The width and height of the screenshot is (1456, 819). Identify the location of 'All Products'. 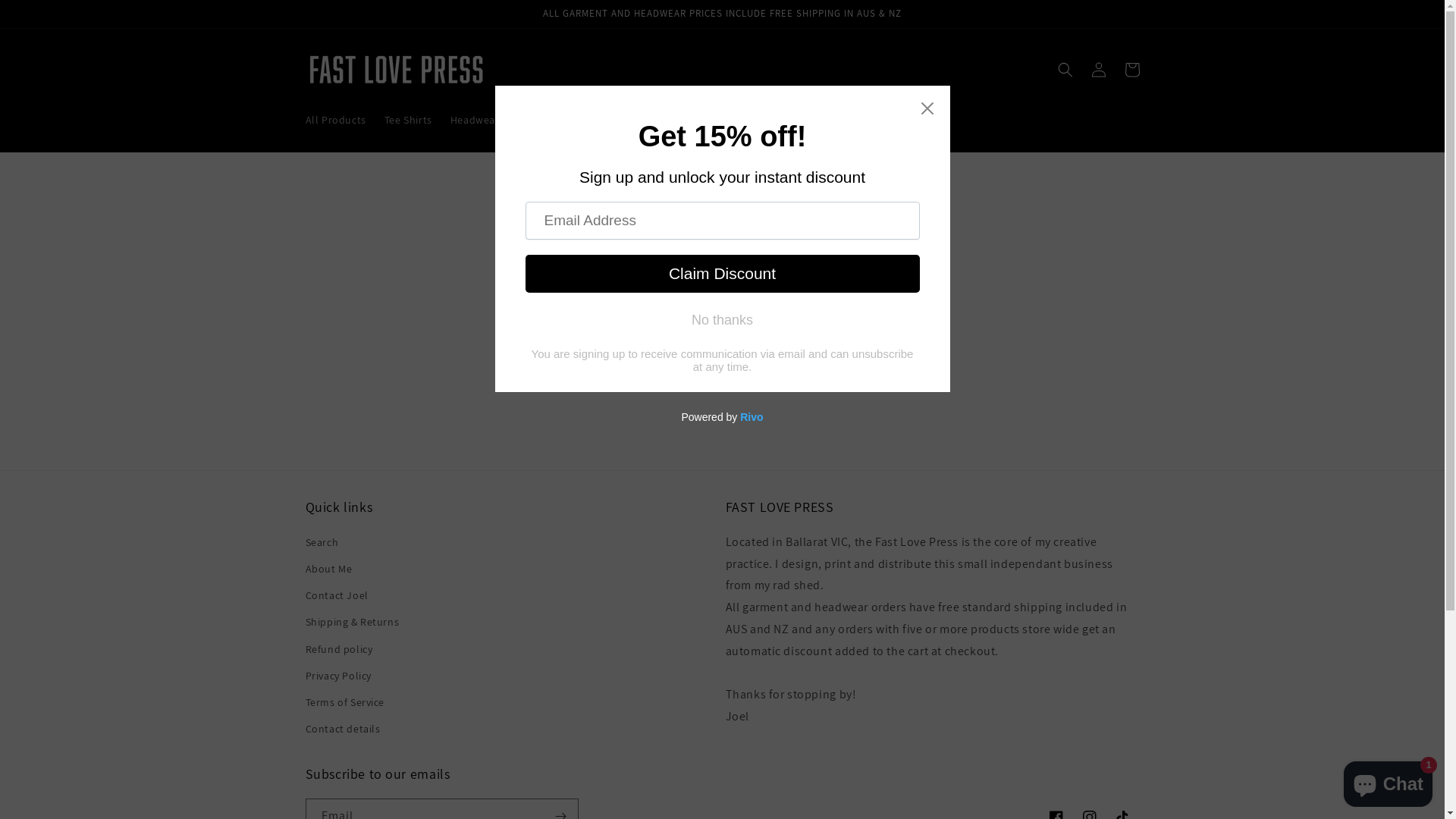
(295, 119).